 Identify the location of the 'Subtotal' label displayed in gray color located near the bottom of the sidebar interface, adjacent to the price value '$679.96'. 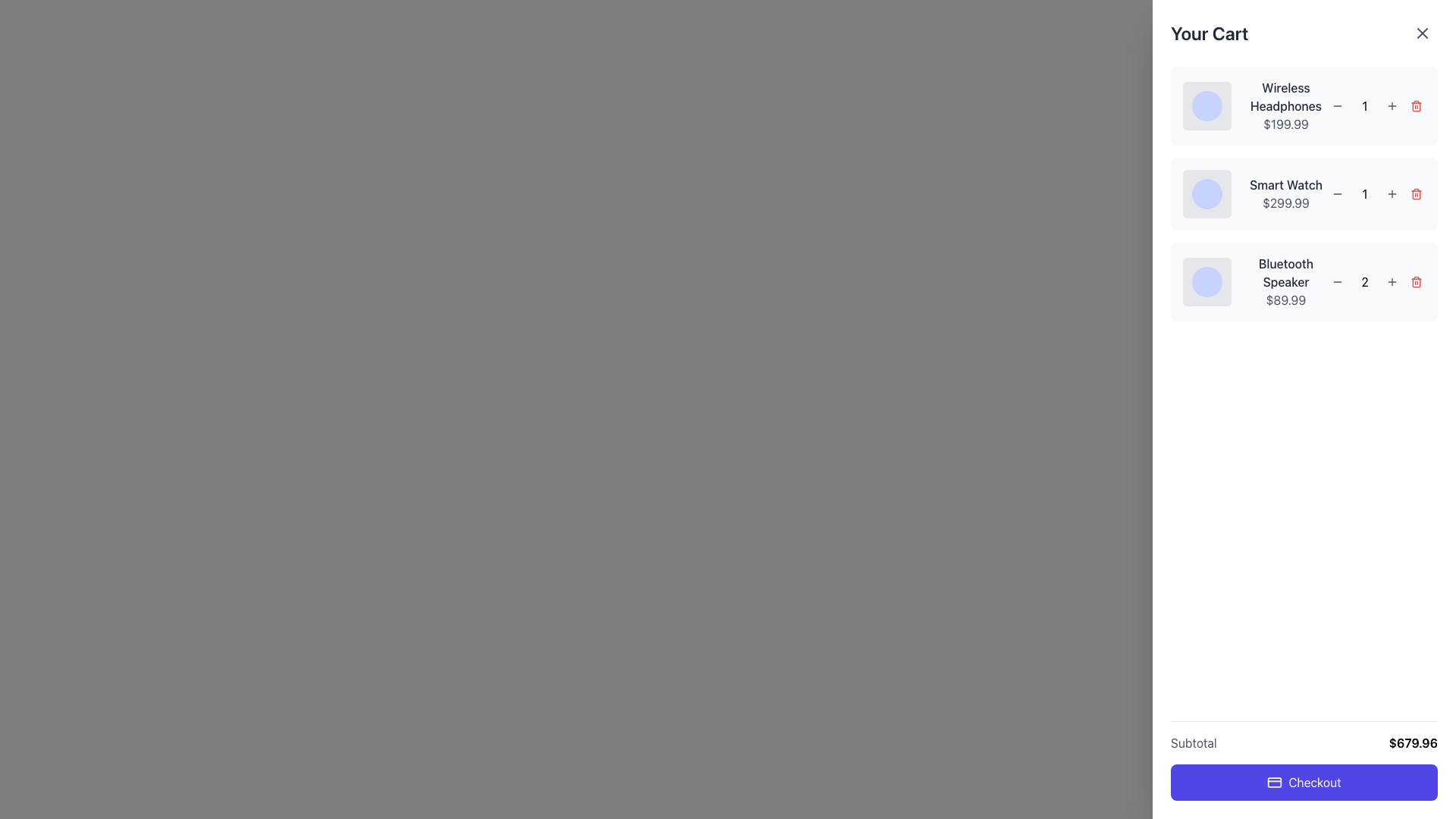
(1193, 742).